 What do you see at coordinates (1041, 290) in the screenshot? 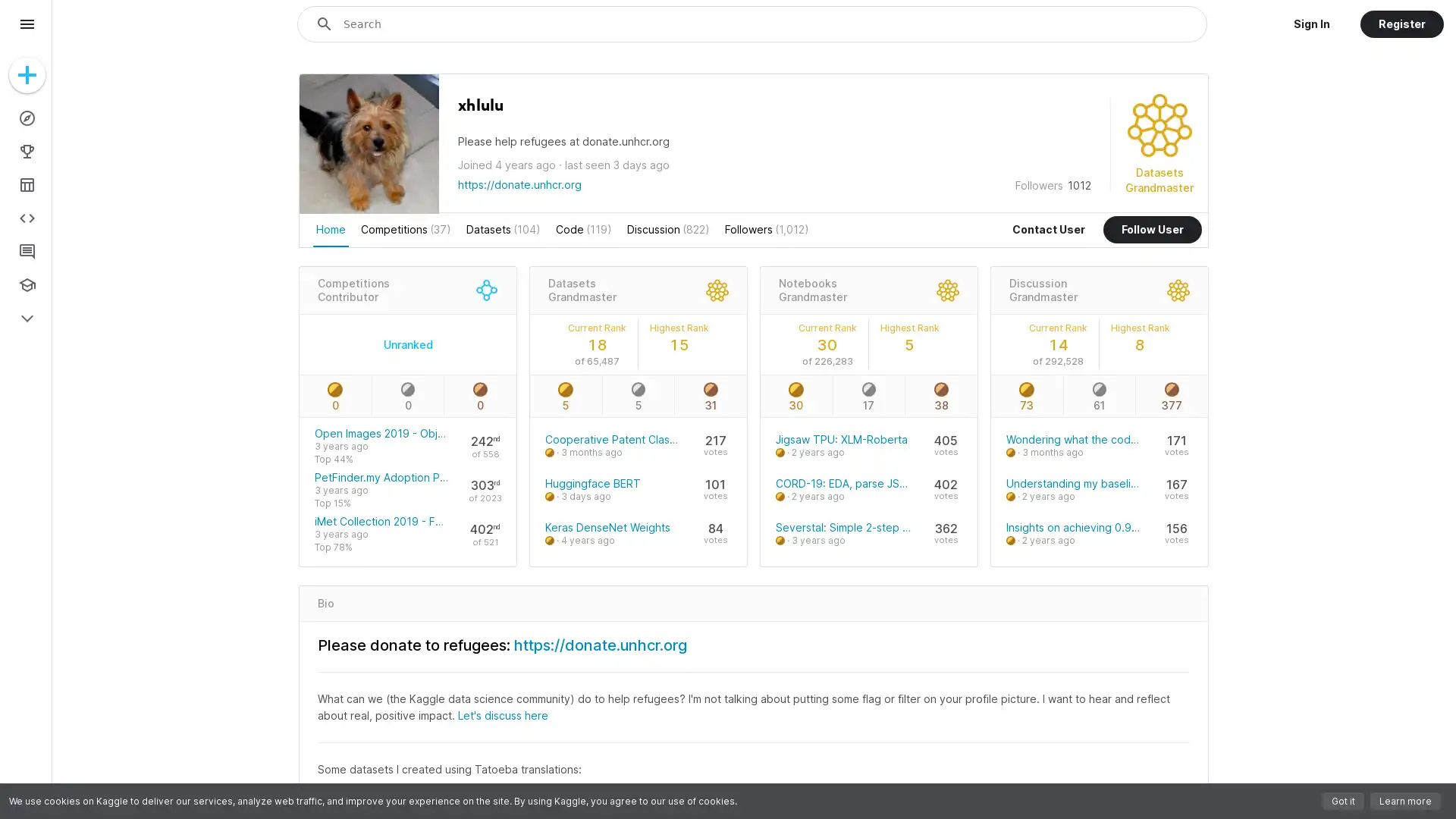
I see `Discussion Grandmaster` at bounding box center [1041, 290].